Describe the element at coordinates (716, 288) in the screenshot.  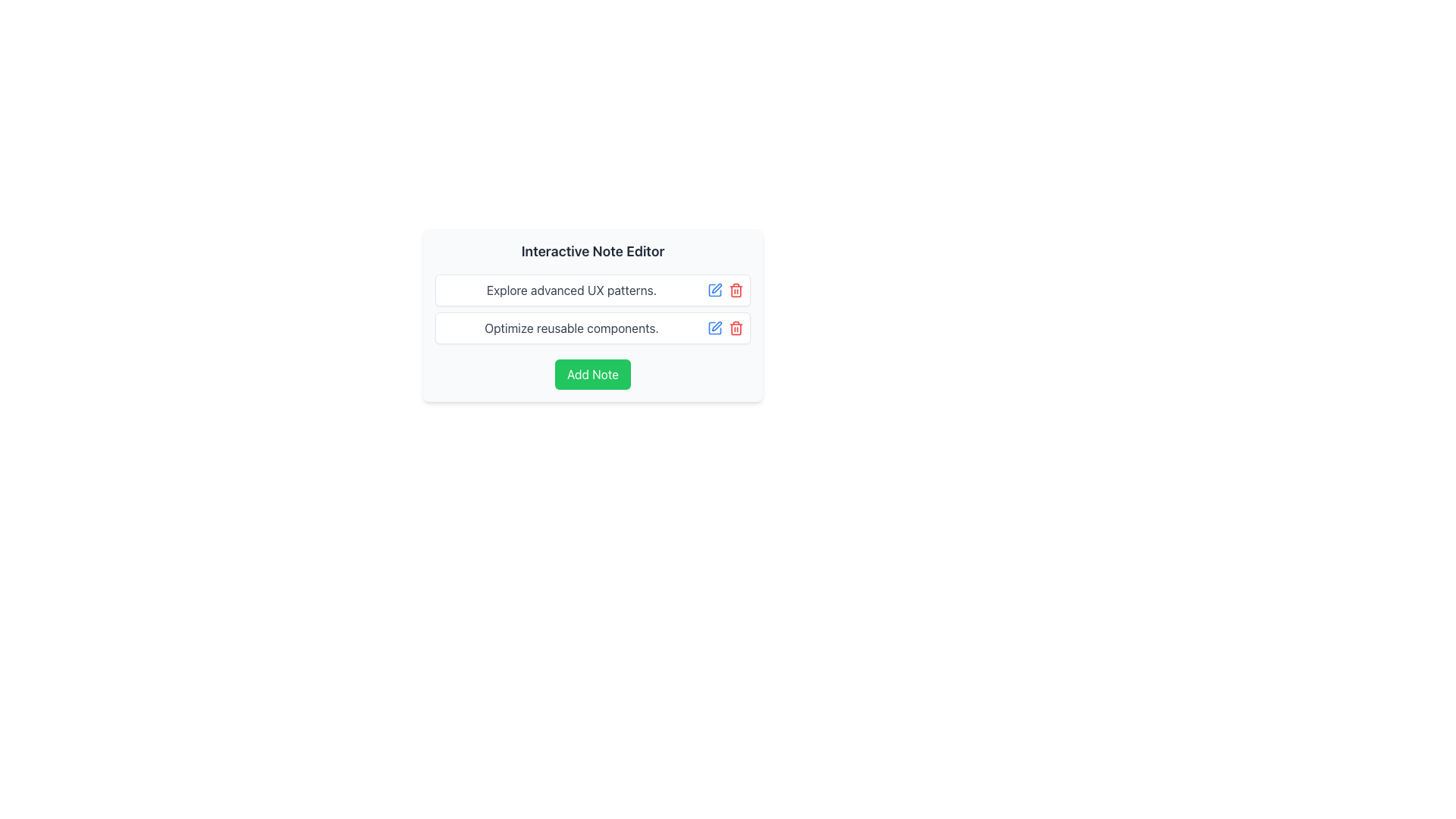
I see `the Edit icon/button located to the right of the text 'Explore advanced UX patterns.' to initiate editing` at that location.